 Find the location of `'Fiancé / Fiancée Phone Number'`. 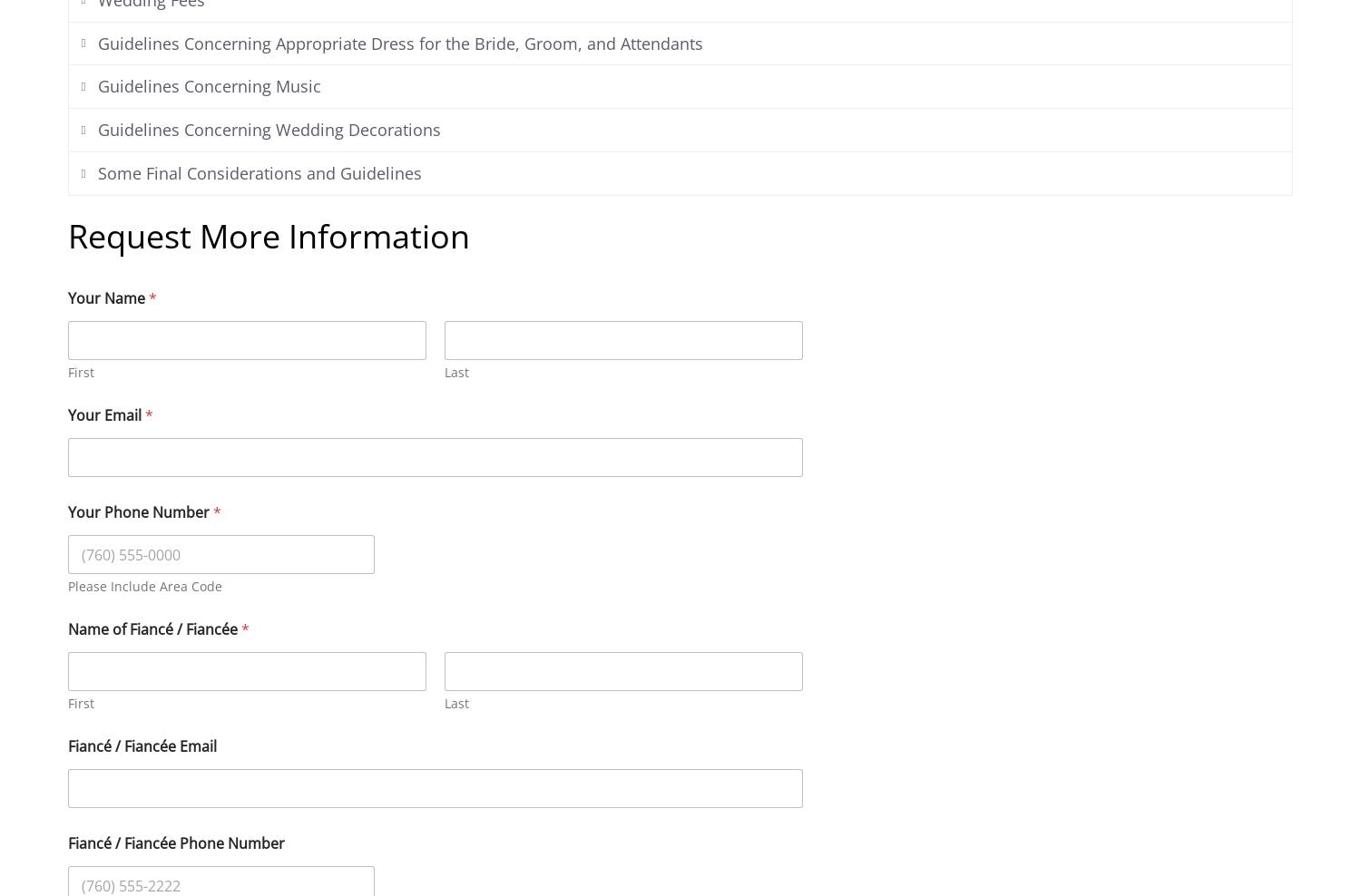

'Fiancé / Fiancée Phone Number' is located at coordinates (67, 843).